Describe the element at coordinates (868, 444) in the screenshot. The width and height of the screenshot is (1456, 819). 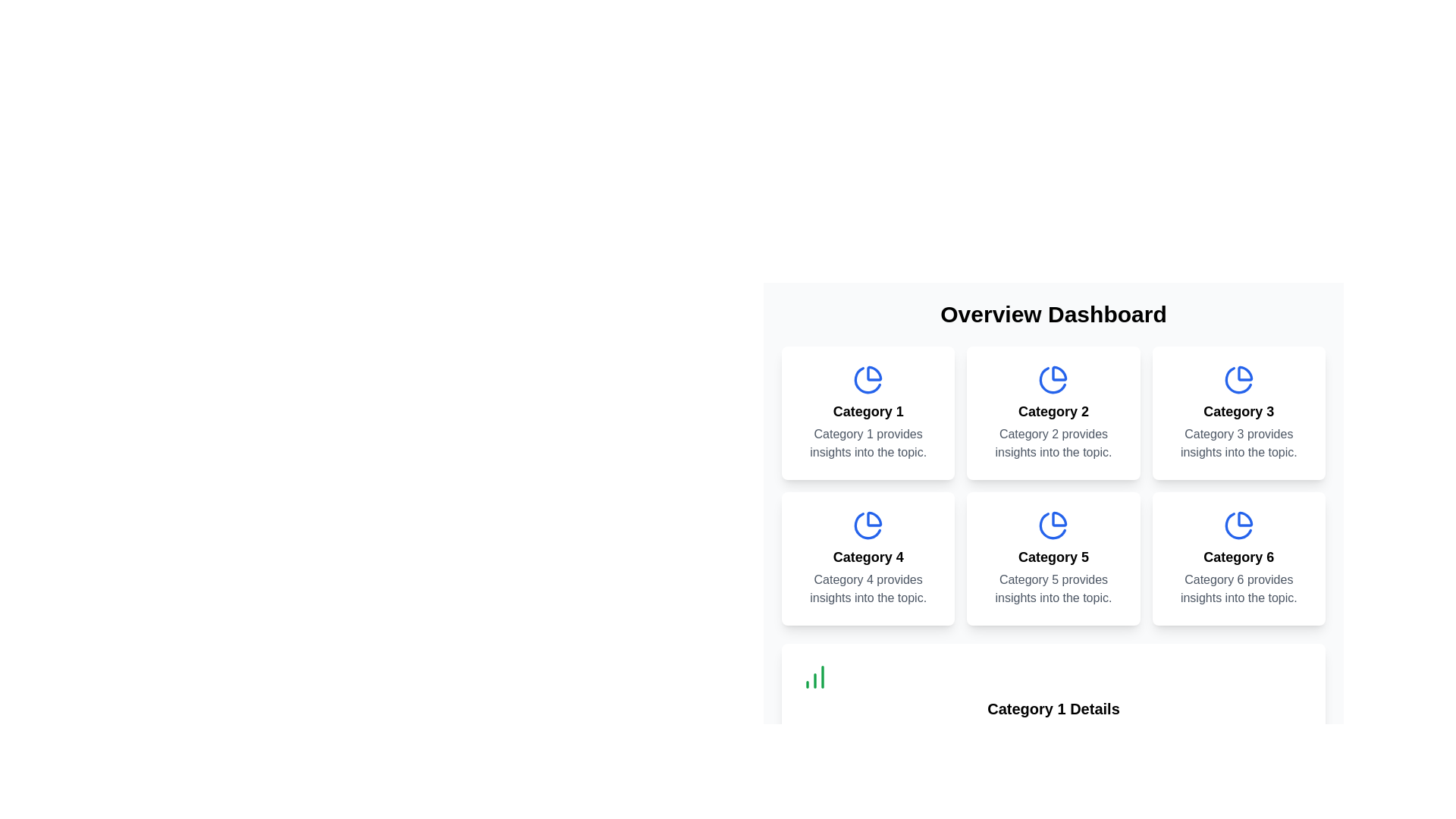
I see `the static text component that contains the sentence 'Category 1 provides insights into the topic.' positioned beneath the title 'Category 1'` at that location.